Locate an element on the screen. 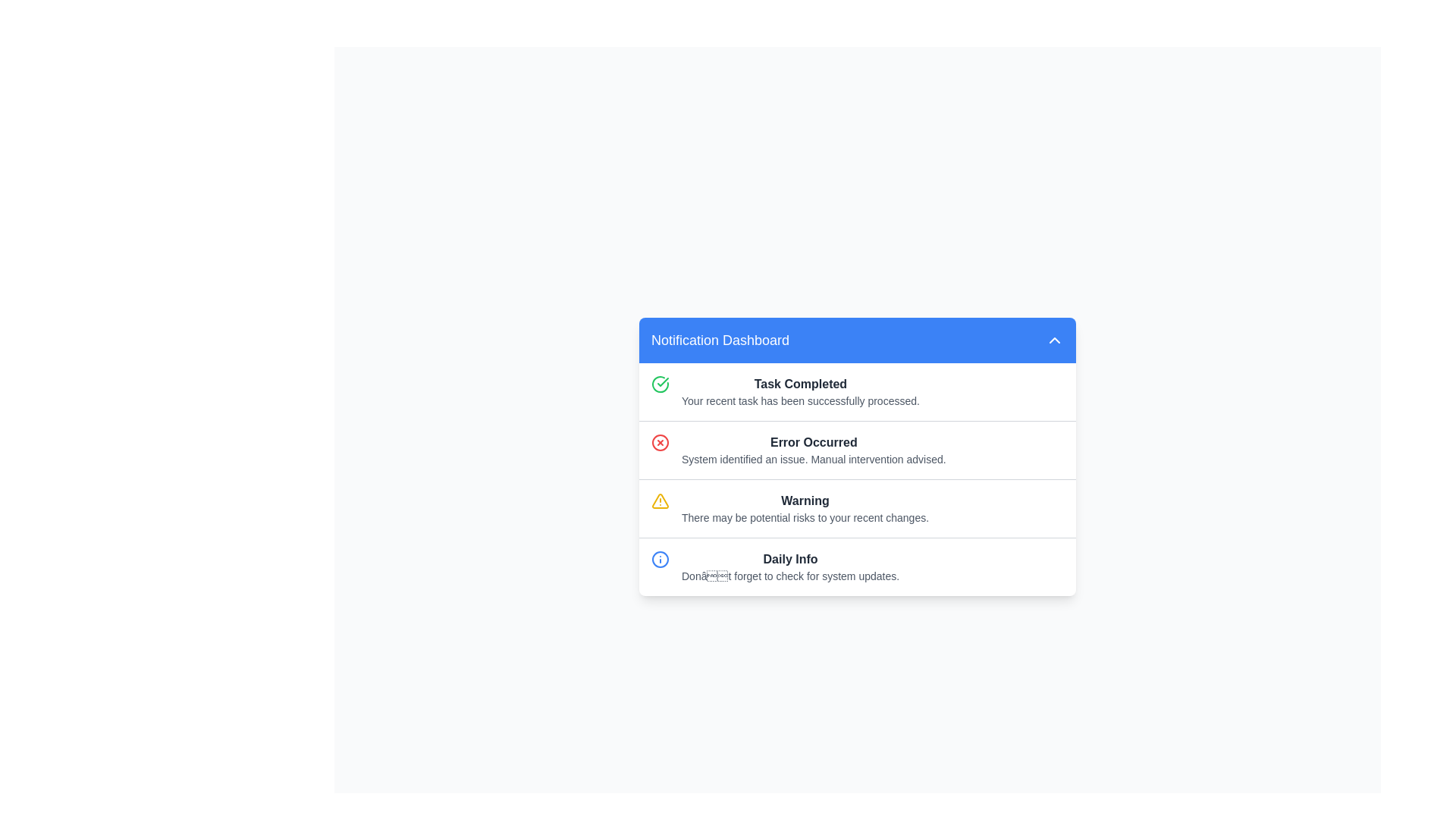  the circular graphical icon with an integrated cross mark that indicates an error status in the notification row, located to the left of the 'Error Occurred' text is located at coordinates (660, 442).